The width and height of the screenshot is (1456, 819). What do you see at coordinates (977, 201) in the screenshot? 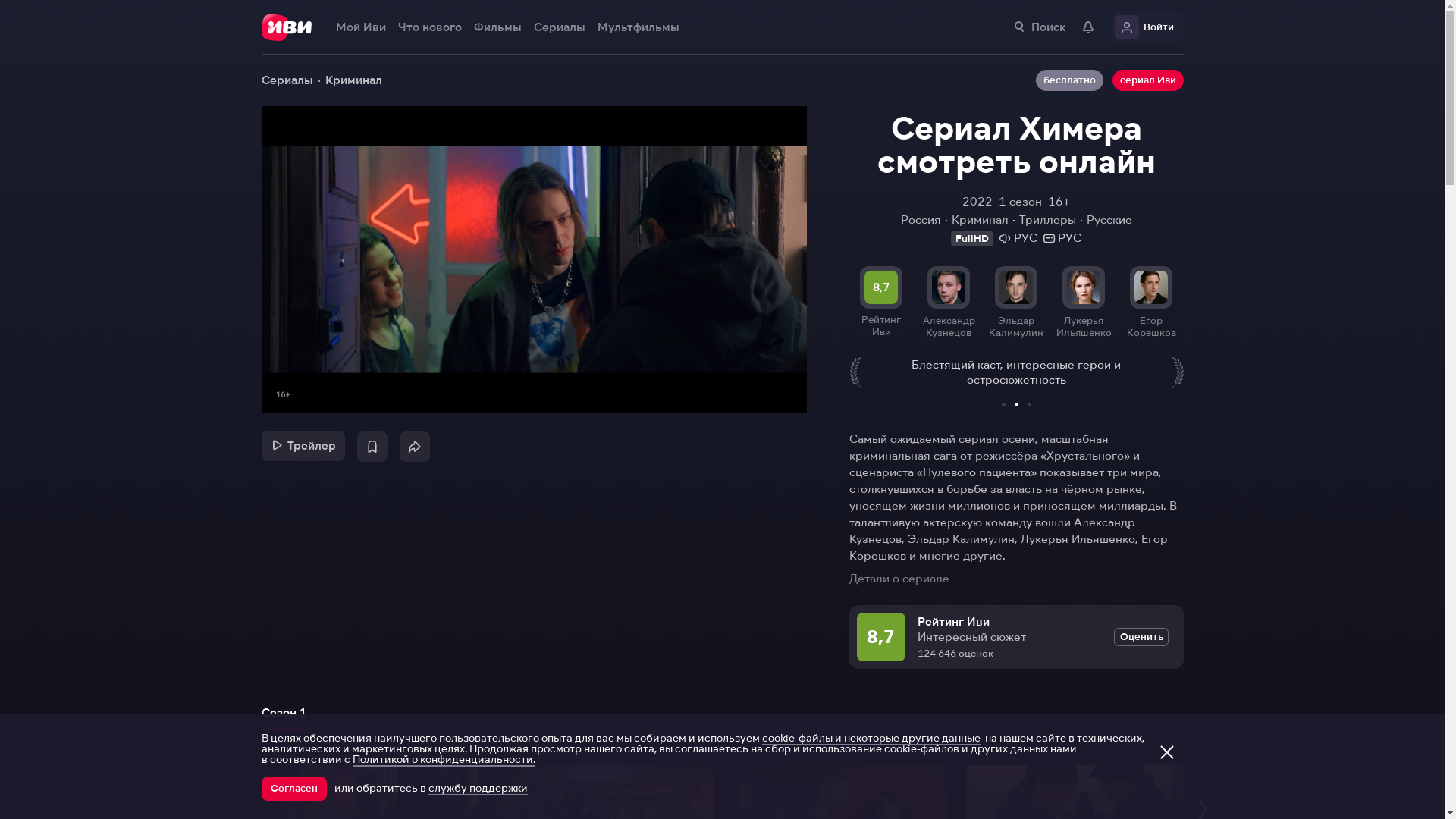
I see `'2022'` at bounding box center [977, 201].